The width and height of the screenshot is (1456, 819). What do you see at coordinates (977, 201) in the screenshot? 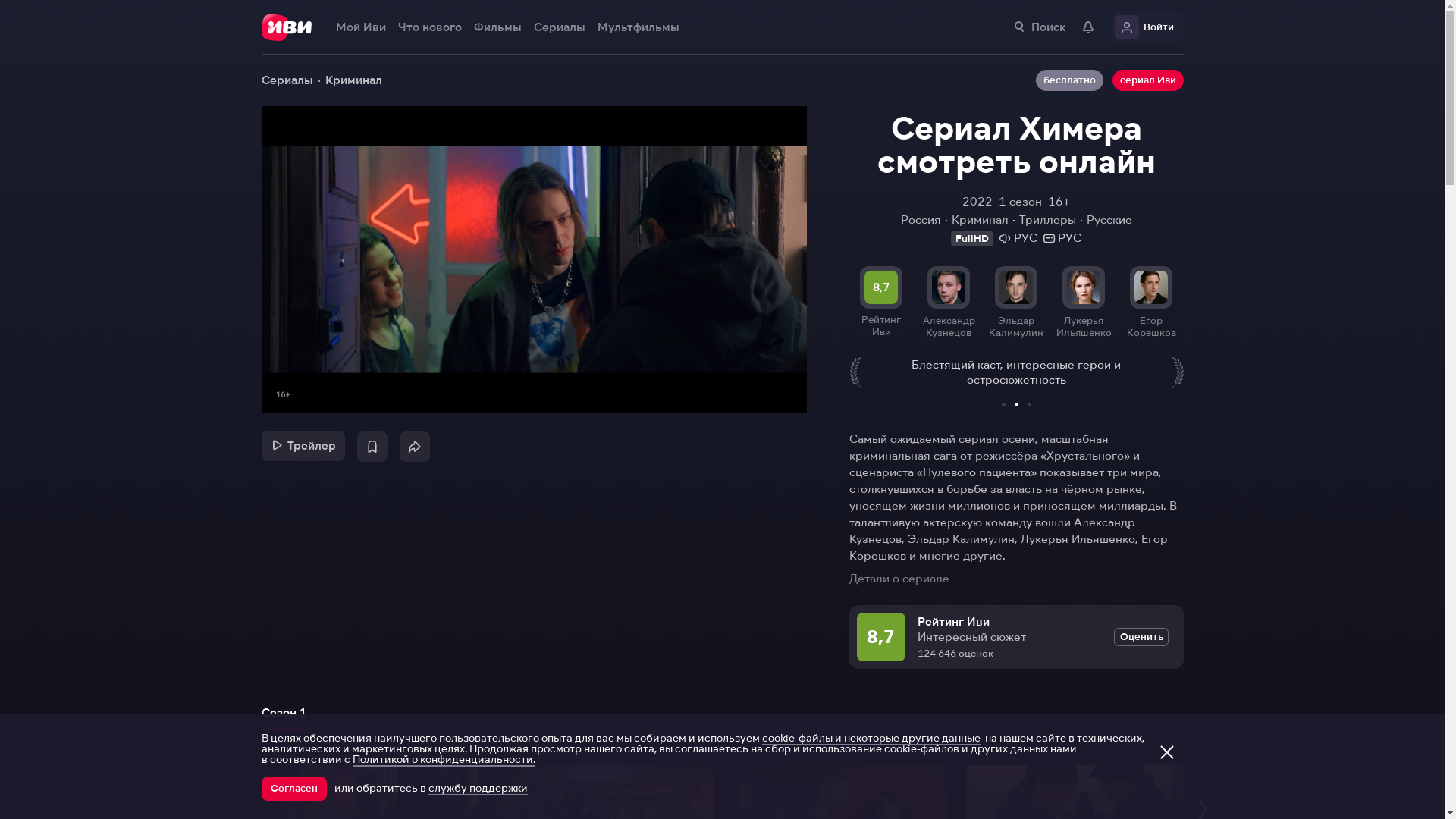
I see `'2022'` at bounding box center [977, 201].